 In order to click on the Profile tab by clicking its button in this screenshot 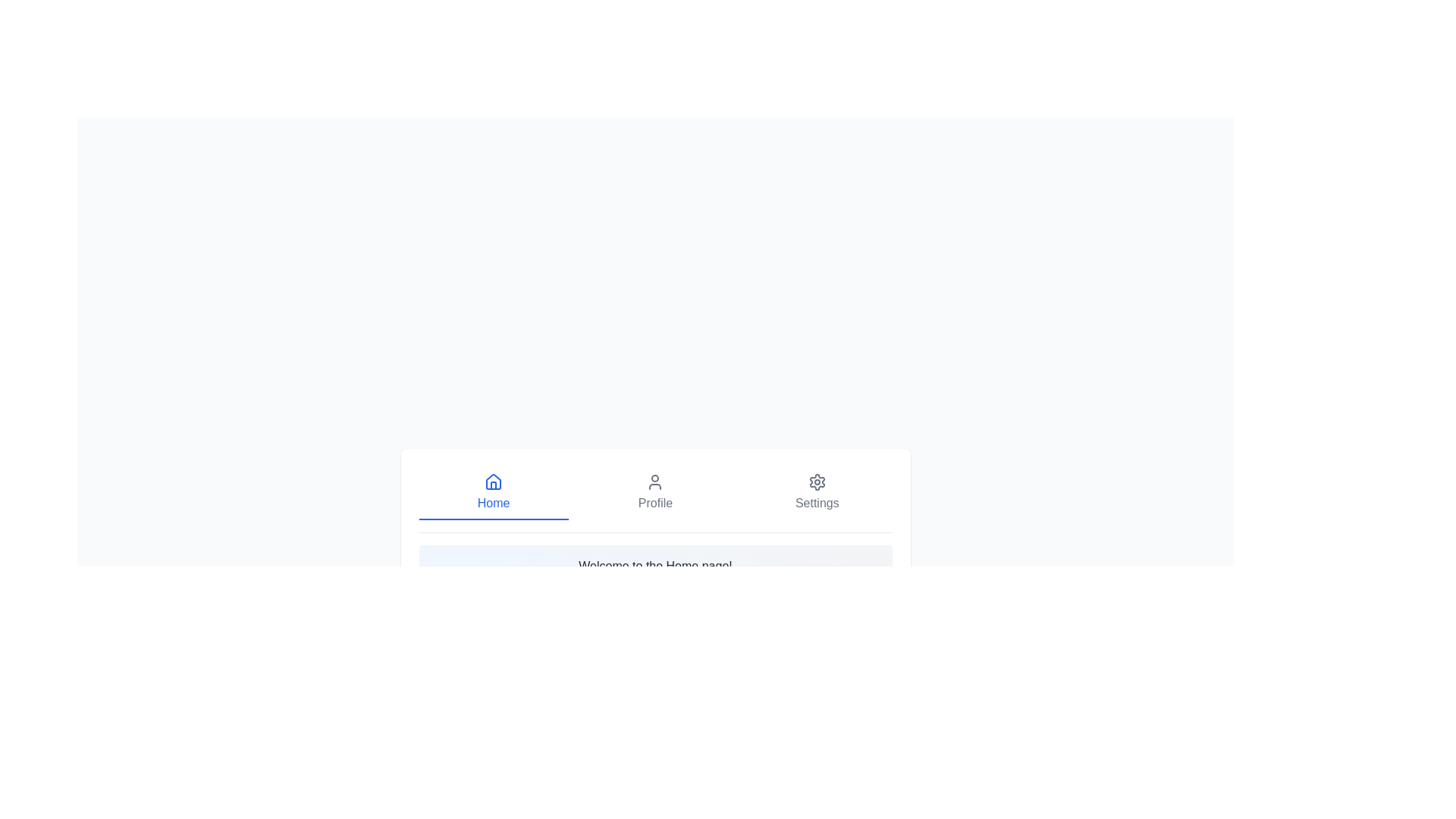, I will do `click(655, 493)`.